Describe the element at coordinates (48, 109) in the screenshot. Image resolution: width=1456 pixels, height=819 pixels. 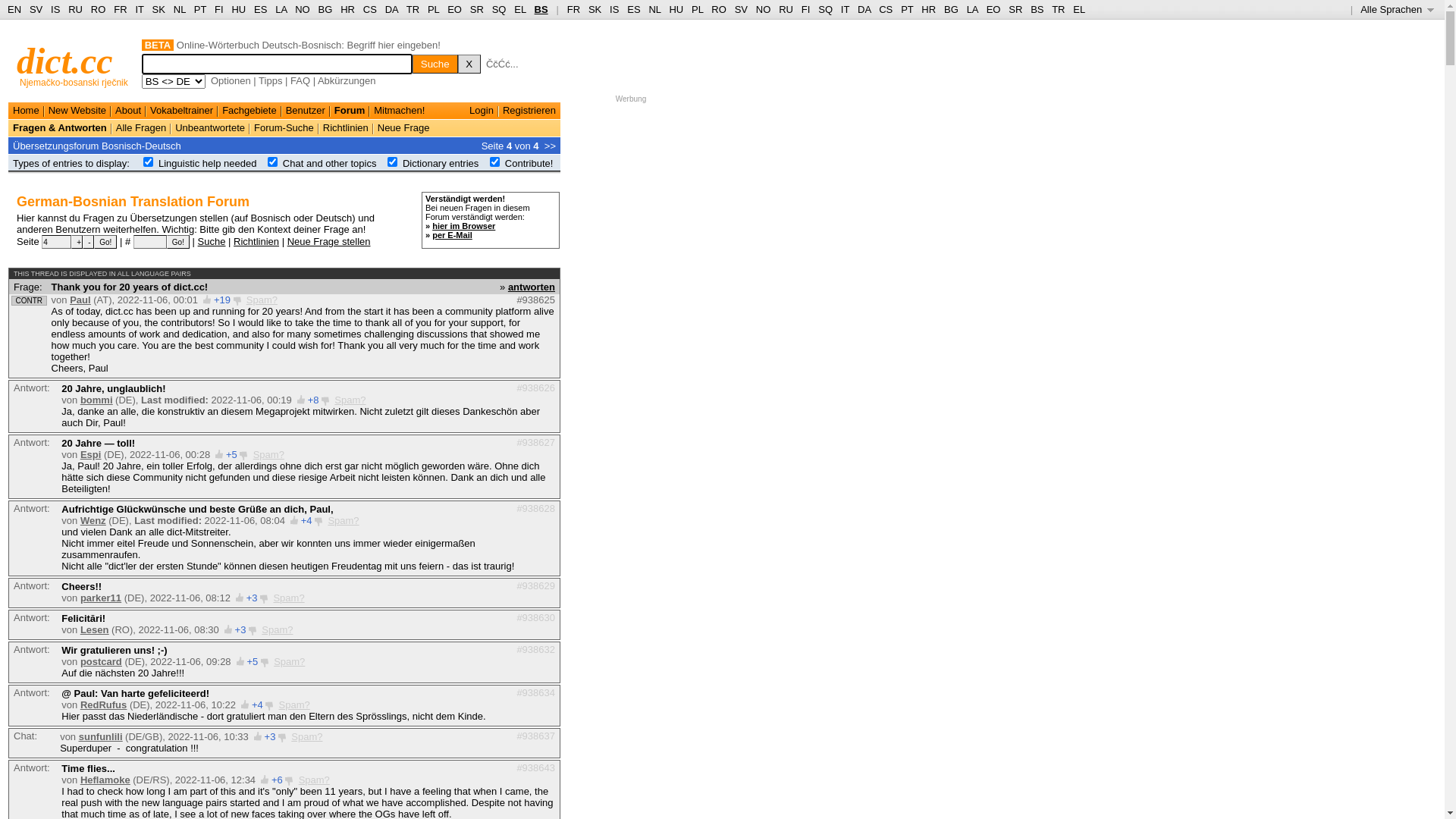
I see `'New Website'` at that location.